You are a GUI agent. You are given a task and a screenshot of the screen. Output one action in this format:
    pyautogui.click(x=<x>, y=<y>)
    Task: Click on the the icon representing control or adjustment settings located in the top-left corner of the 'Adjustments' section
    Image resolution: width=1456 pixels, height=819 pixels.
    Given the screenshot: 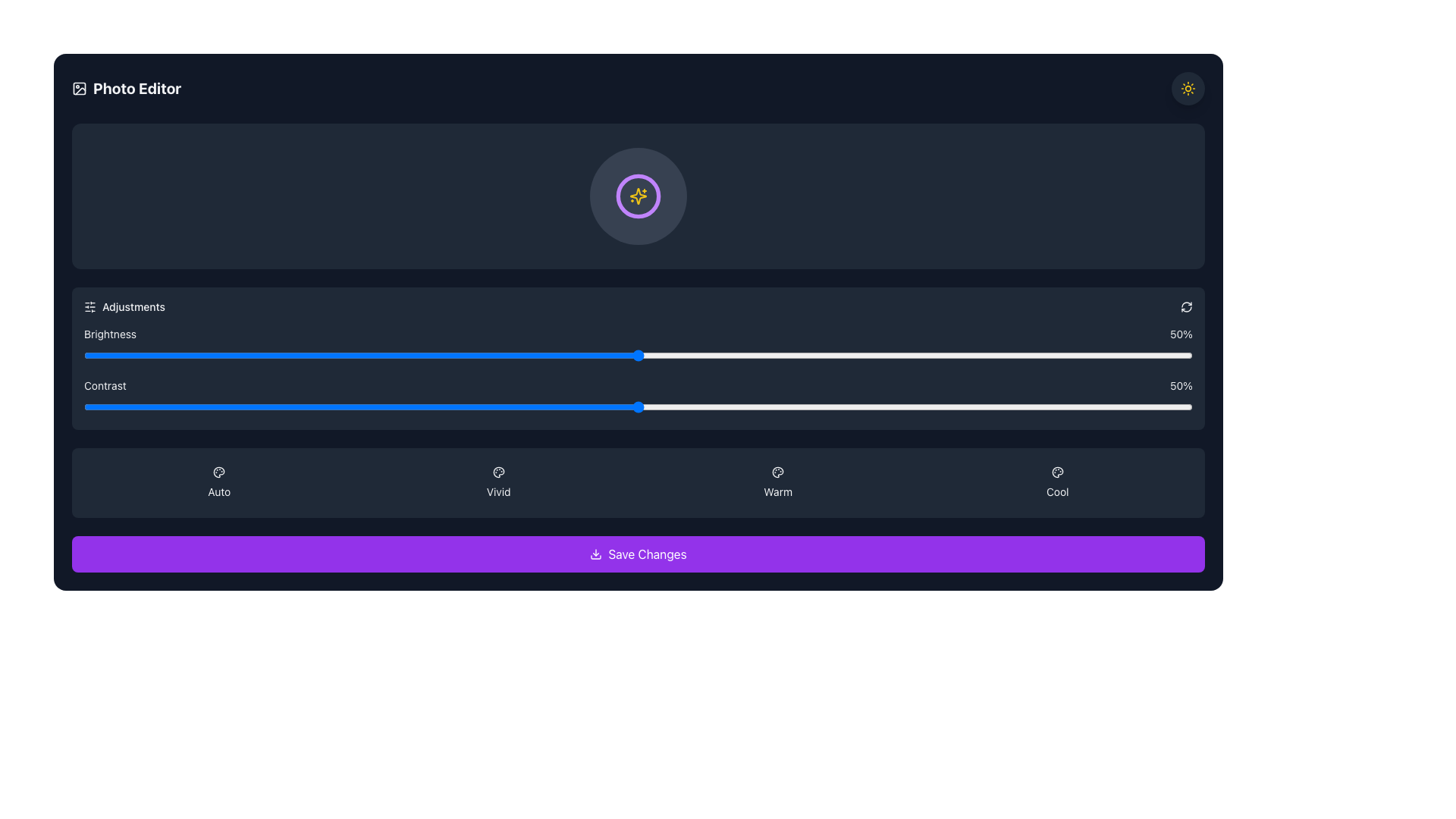 What is the action you would take?
    pyautogui.click(x=89, y=307)
    